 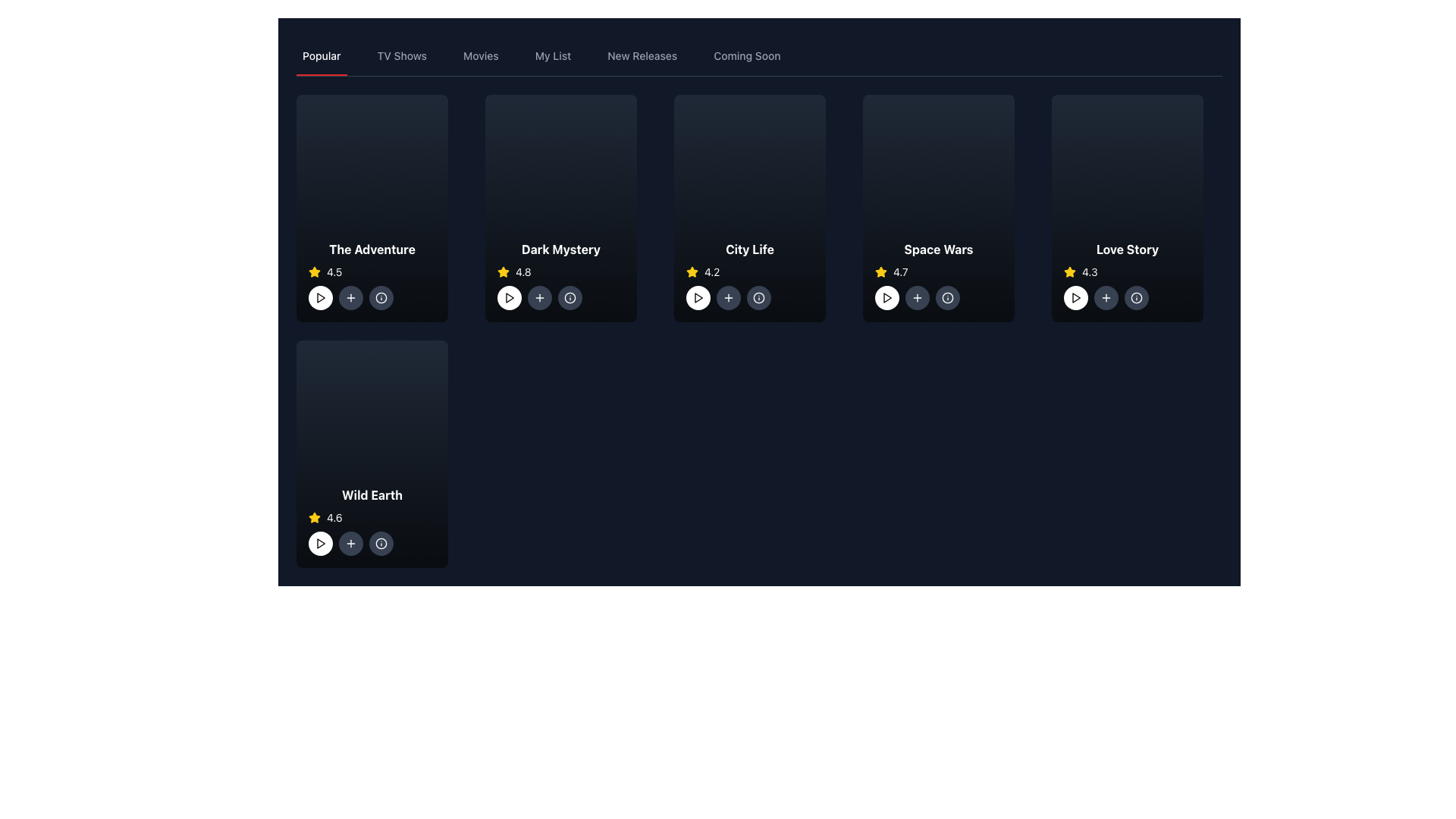 I want to click on the SVG vector graphic icon located in the lower-right corner of the 'Wild Earth' card, adjacent to the '+' and play buttons, so click(x=381, y=543).